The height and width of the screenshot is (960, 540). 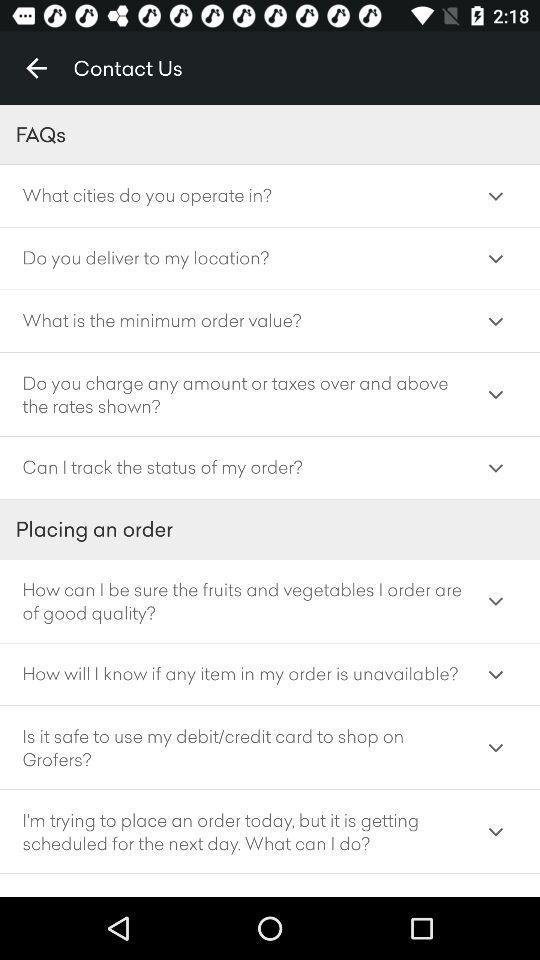 I want to click on icon next to contact us, so click(x=36, y=68).